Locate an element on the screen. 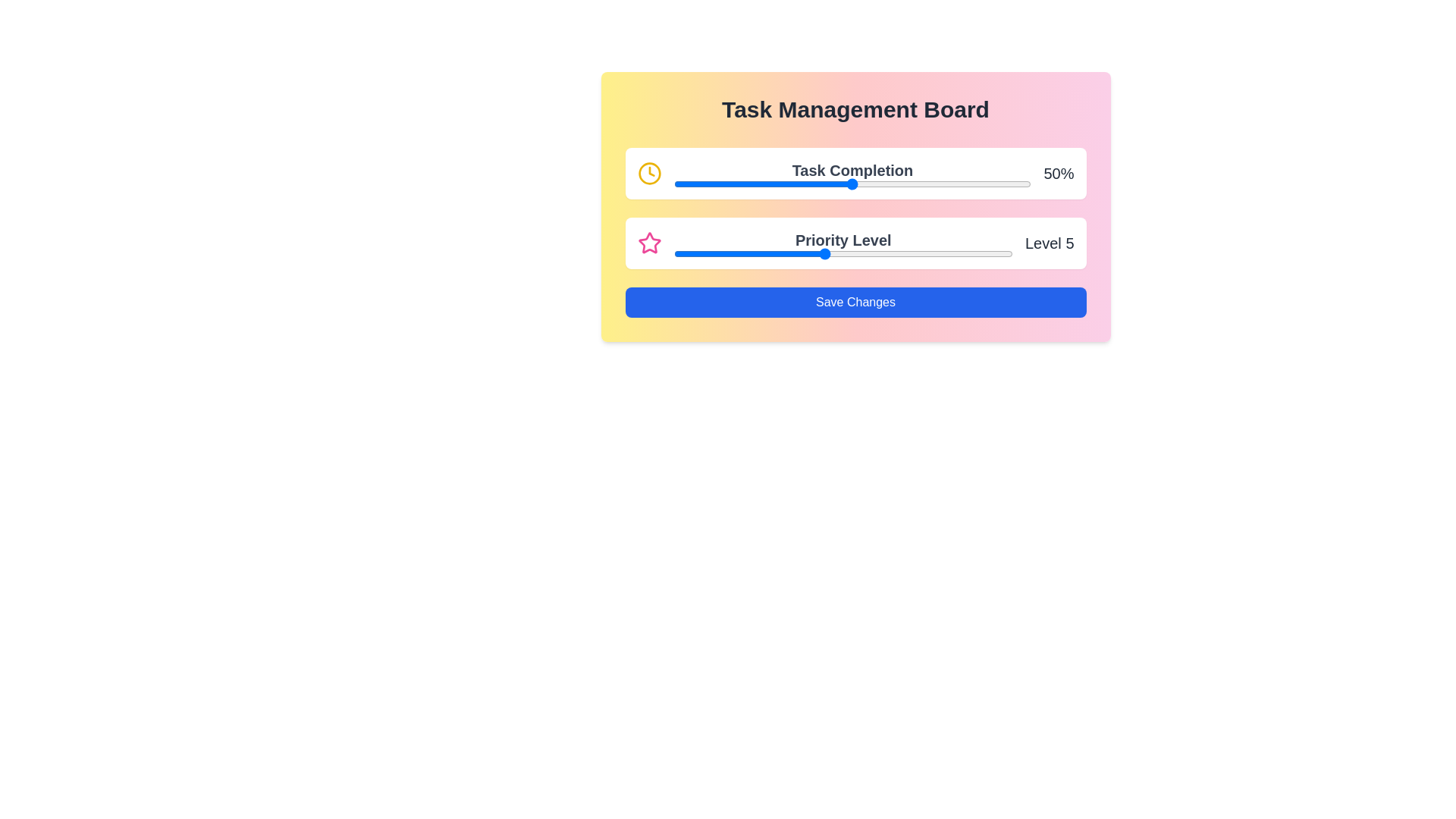 This screenshot has width=1456, height=819. priority level is located at coordinates (824, 253).